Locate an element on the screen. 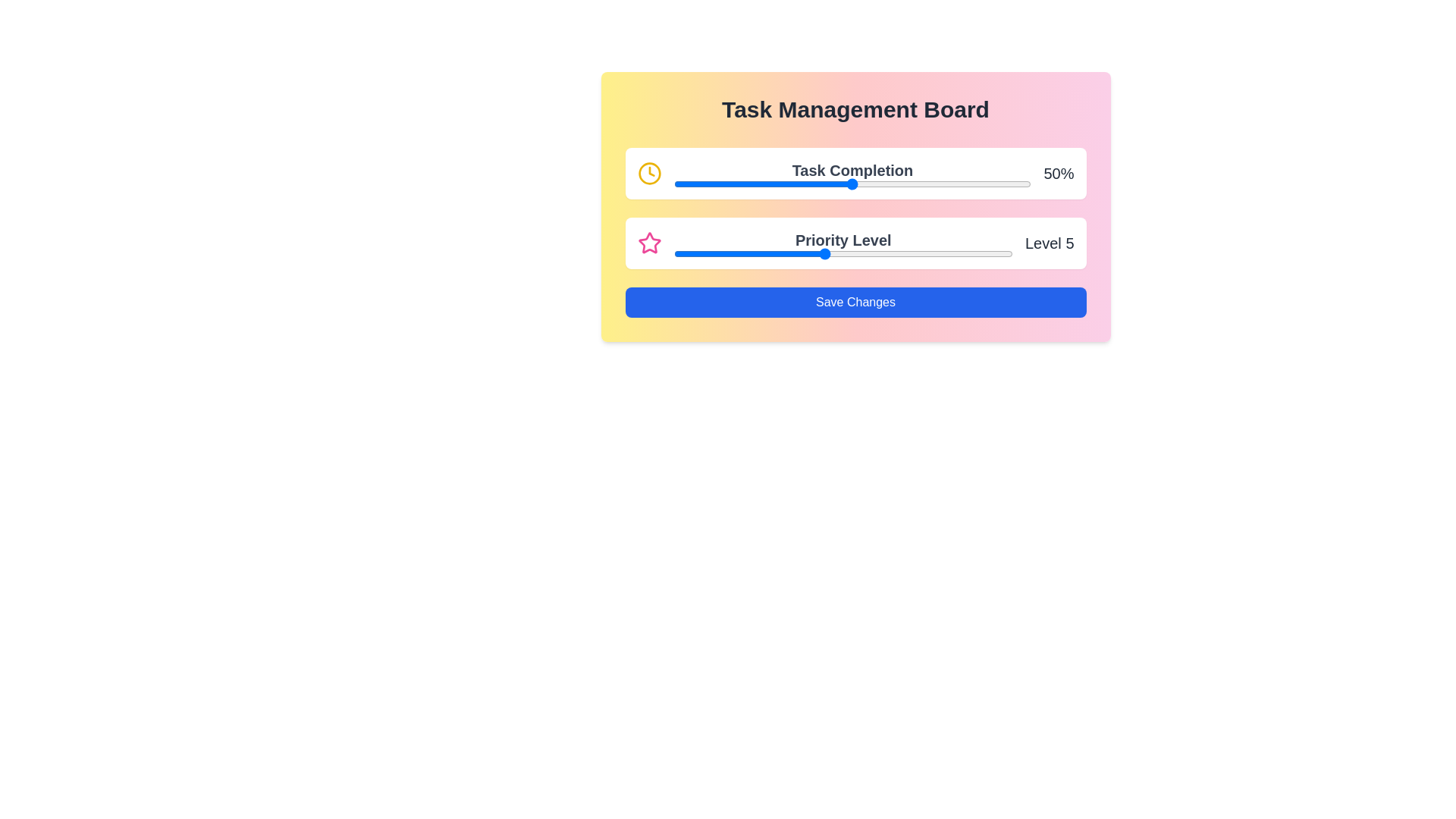 This screenshot has width=1456, height=819. priority level is located at coordinates (824, 253).